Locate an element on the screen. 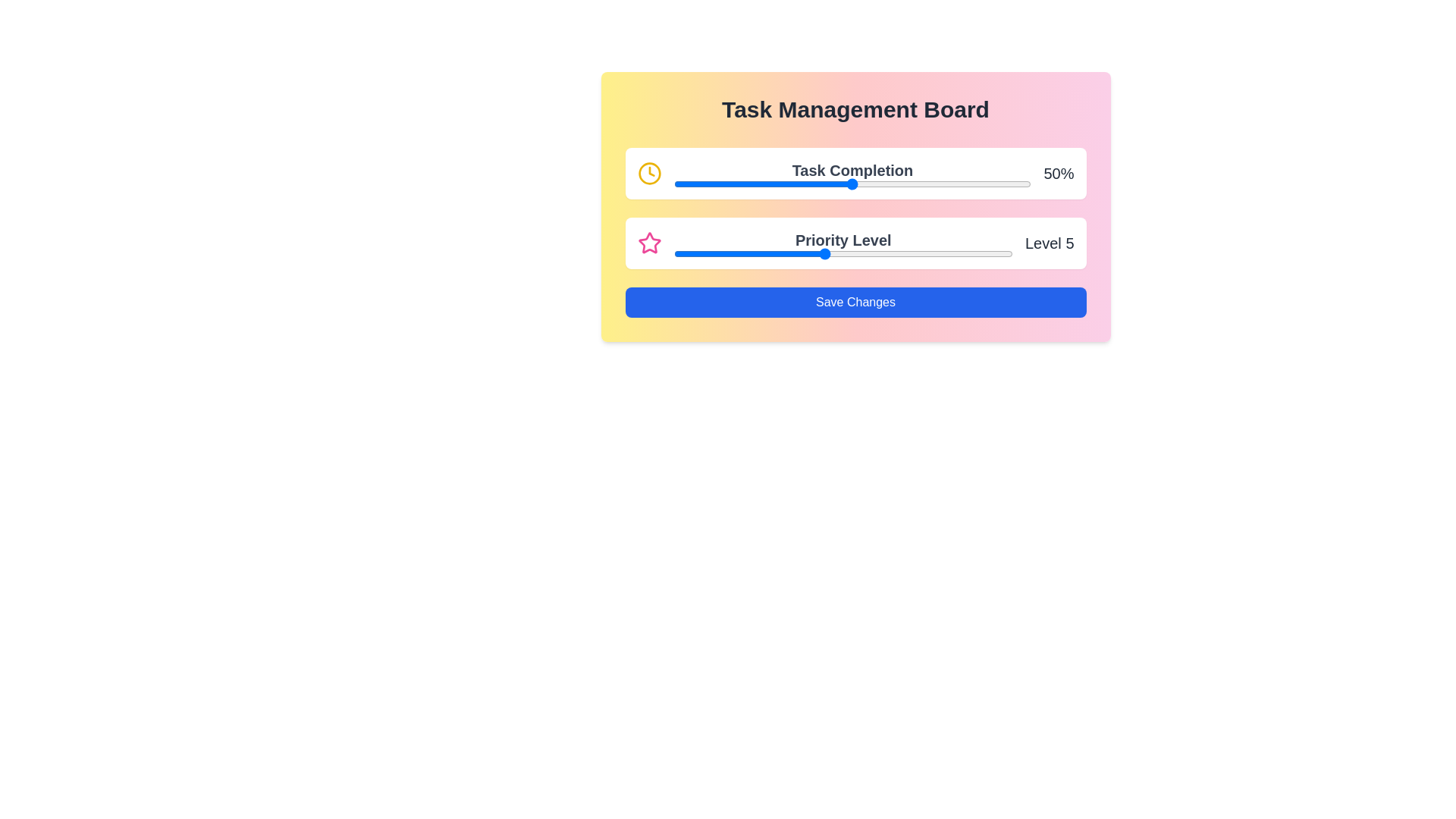 This screenshot has width=1456, height=819. priority level is located at coordinates (824, 253).